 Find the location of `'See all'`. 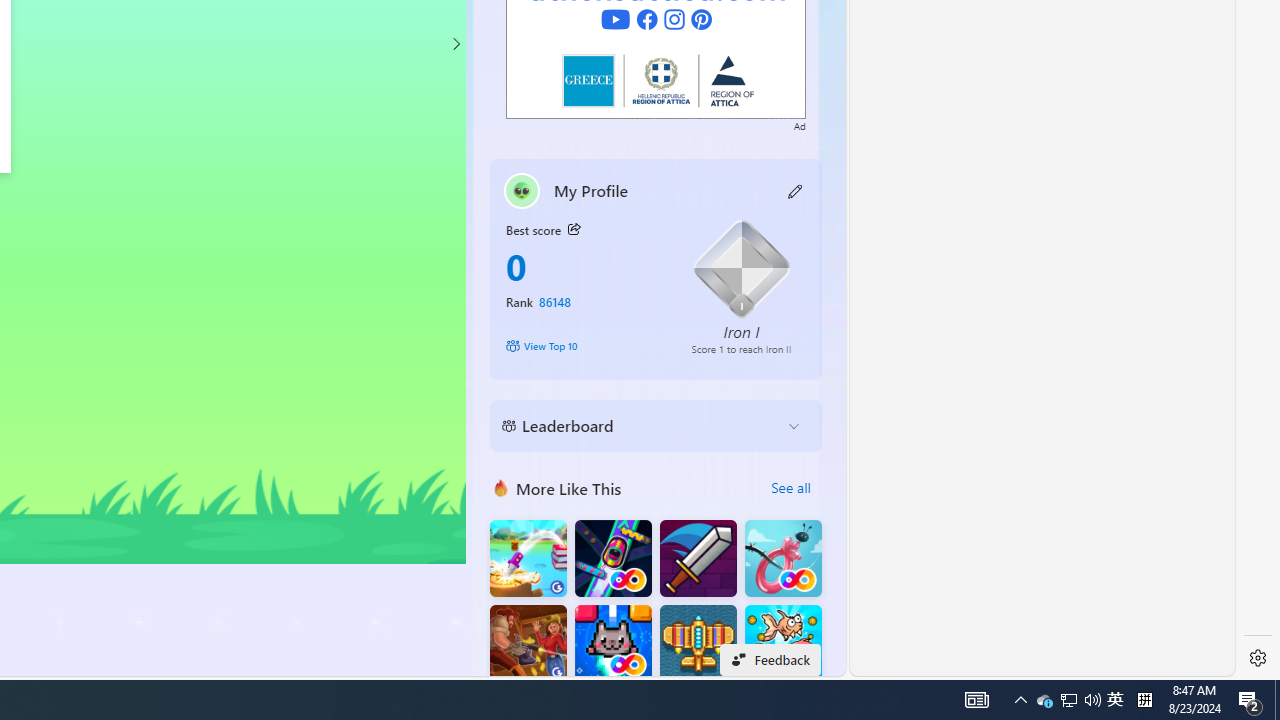

'See all' is located at coordinates (790, 488).